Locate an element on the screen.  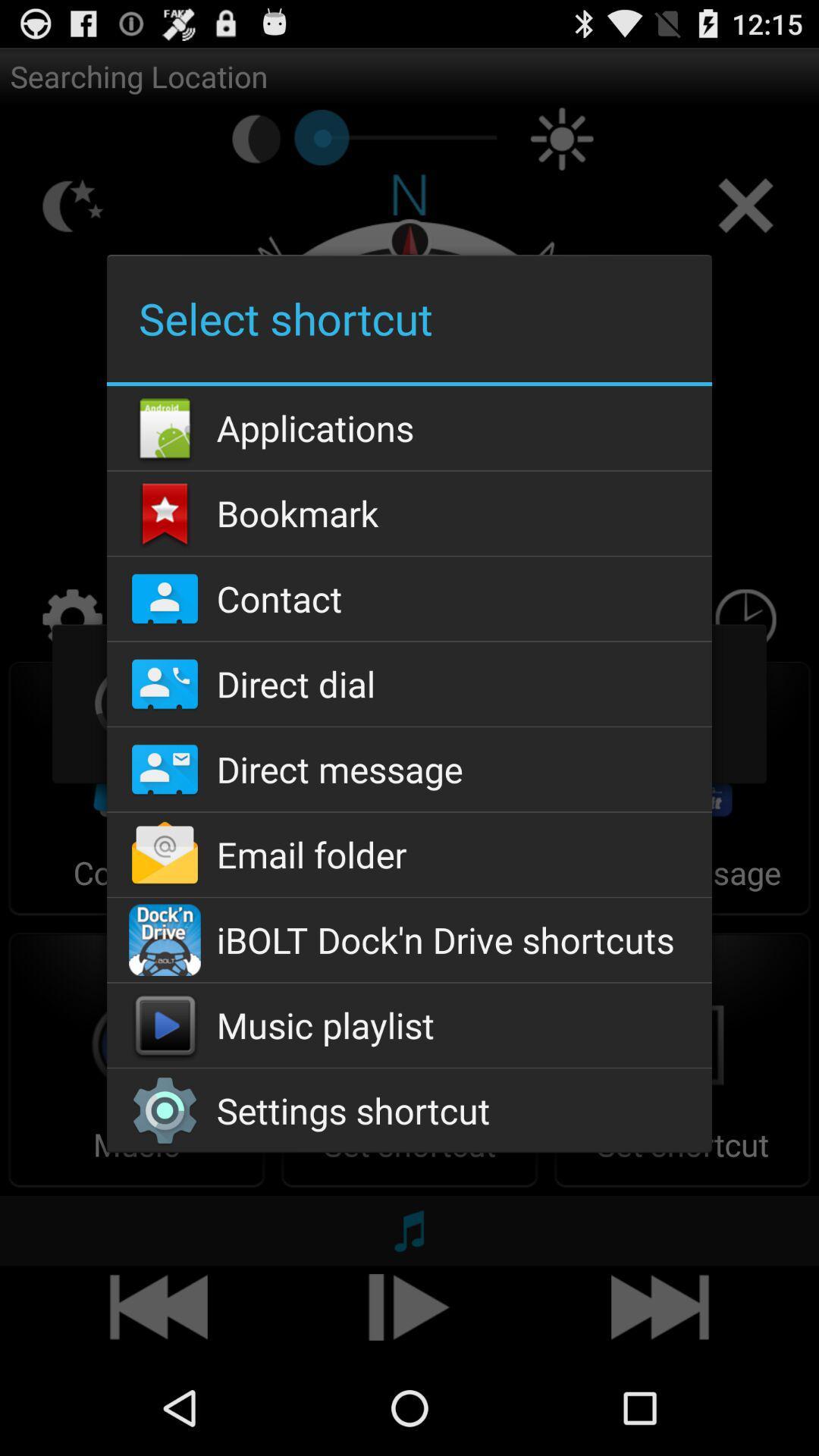
applications icon is located at coordinates (409, 427).